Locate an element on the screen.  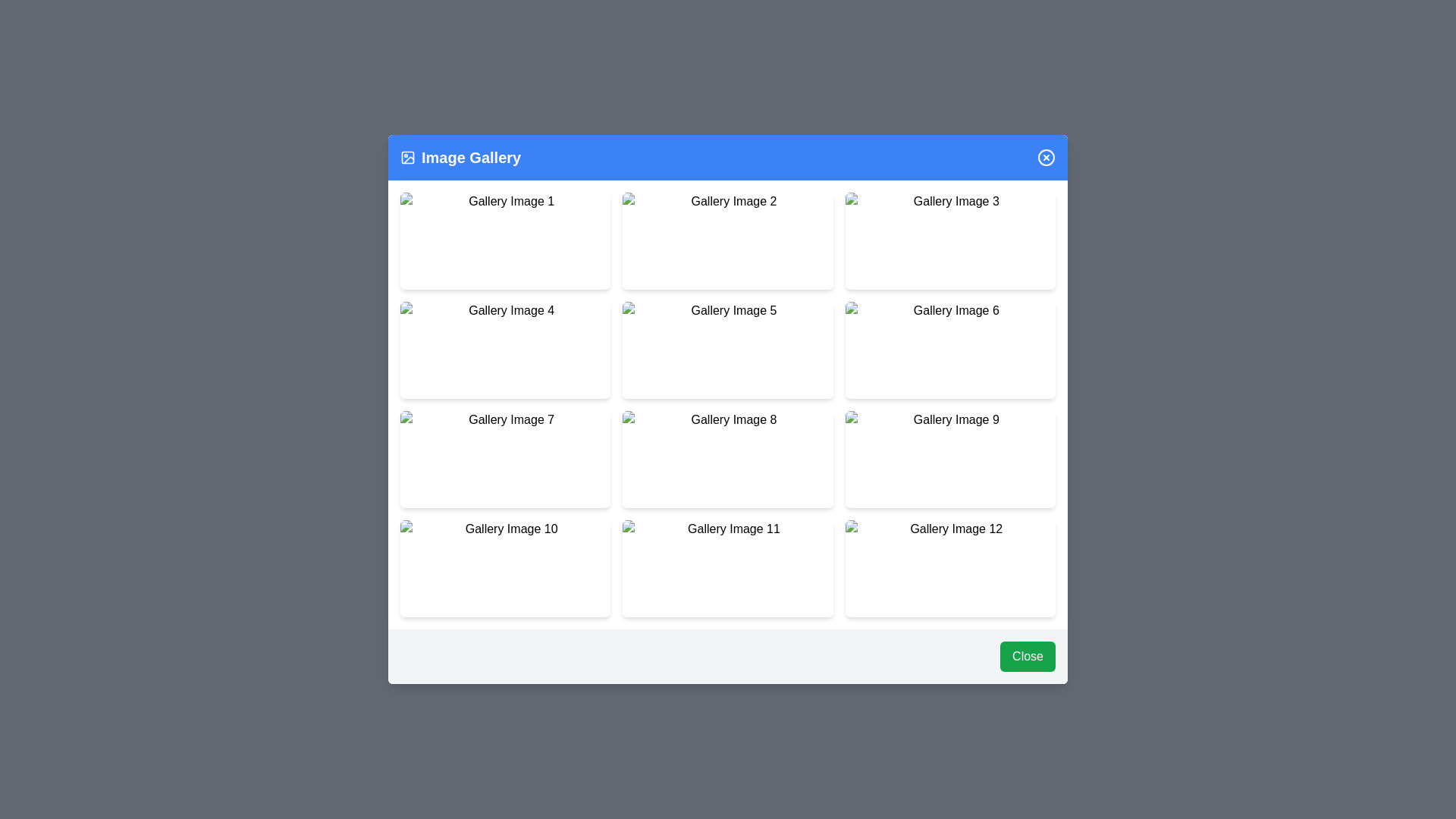
the close button in the header to close the dialog is located at coordinates (1046, 158).